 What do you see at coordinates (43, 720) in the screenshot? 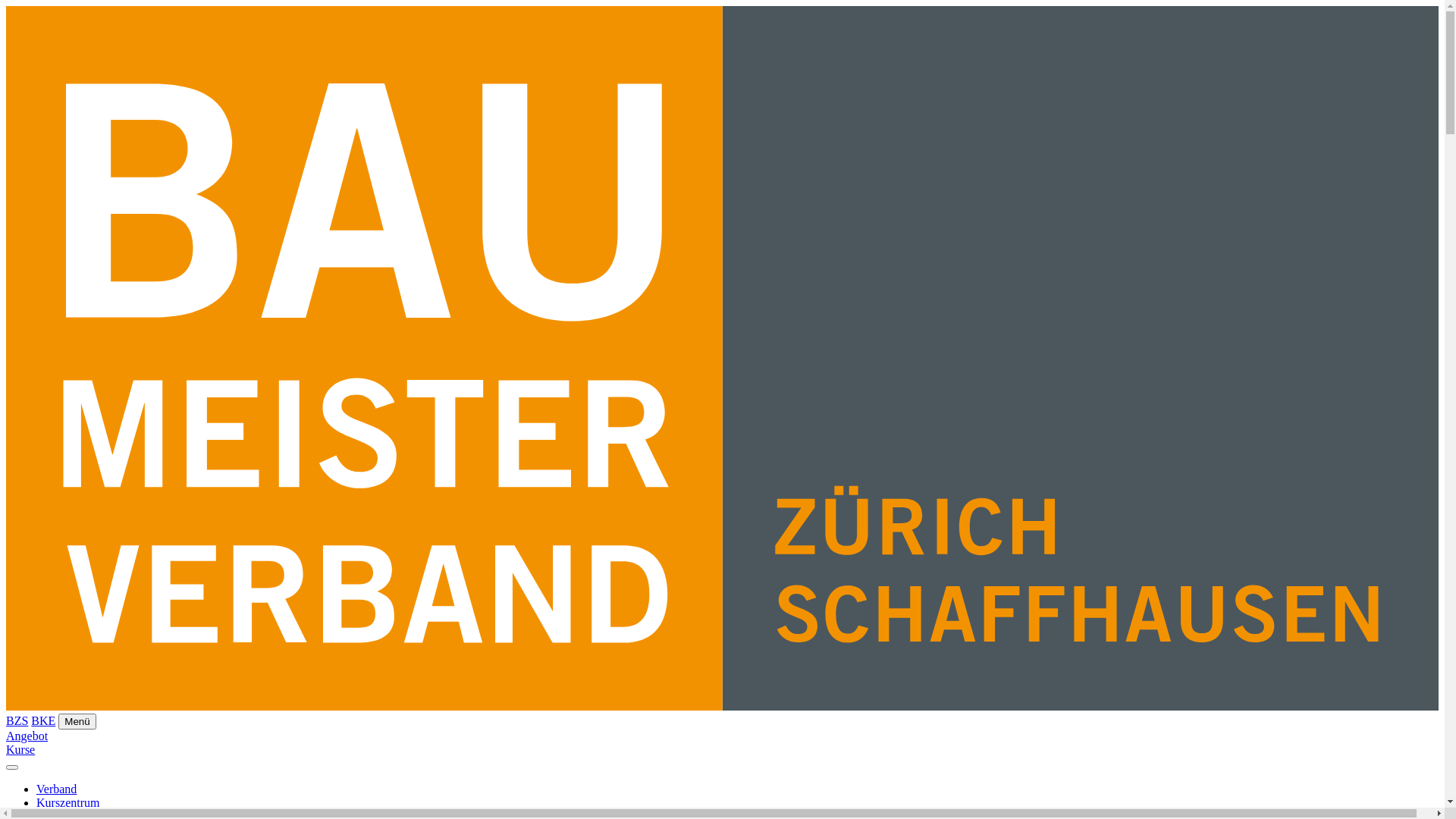
I see `'BKE'` at bounding box center [43, 720].